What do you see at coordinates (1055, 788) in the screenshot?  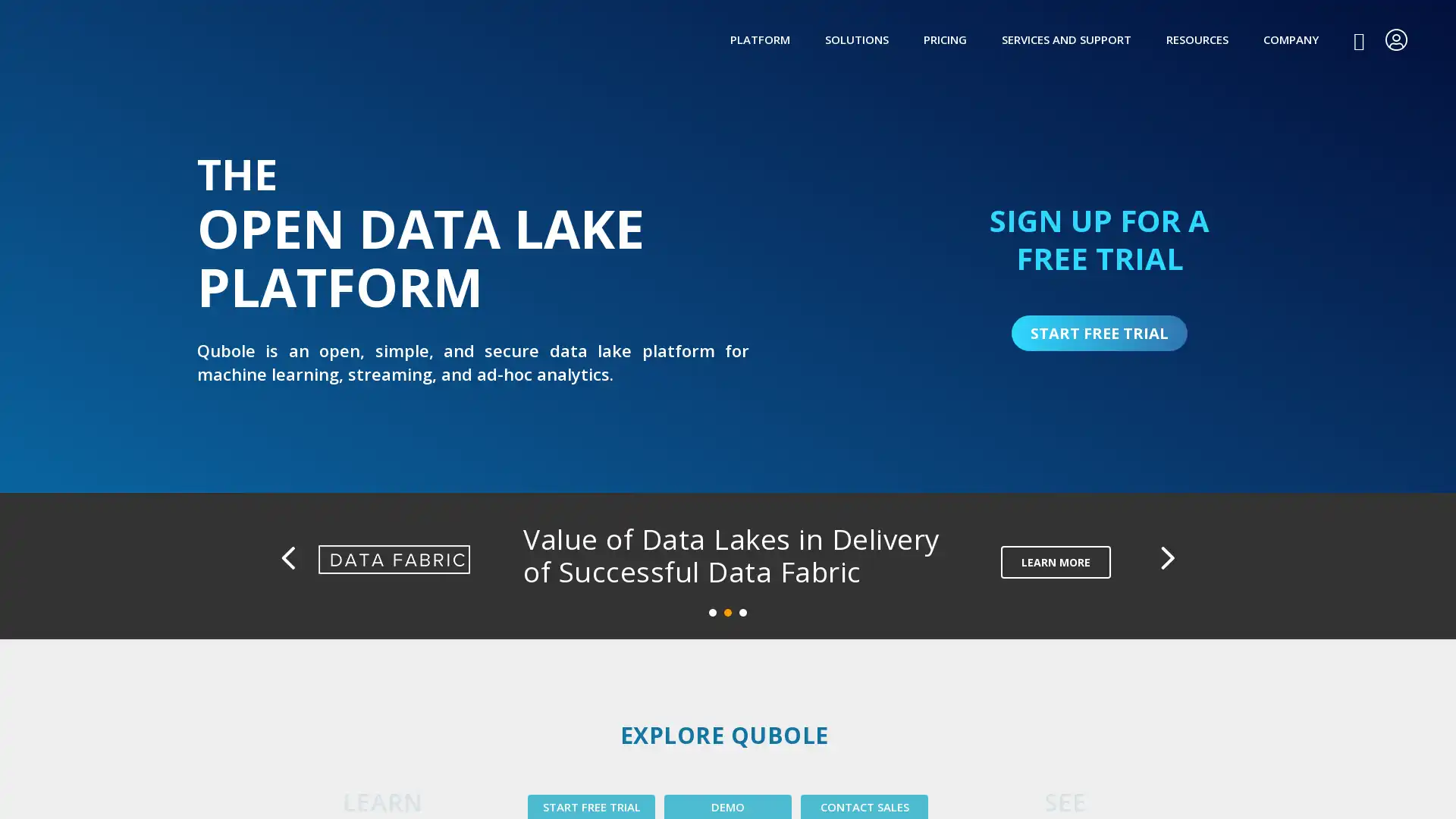 I see `Cookie Settings` at bounding box center [1055, 788].